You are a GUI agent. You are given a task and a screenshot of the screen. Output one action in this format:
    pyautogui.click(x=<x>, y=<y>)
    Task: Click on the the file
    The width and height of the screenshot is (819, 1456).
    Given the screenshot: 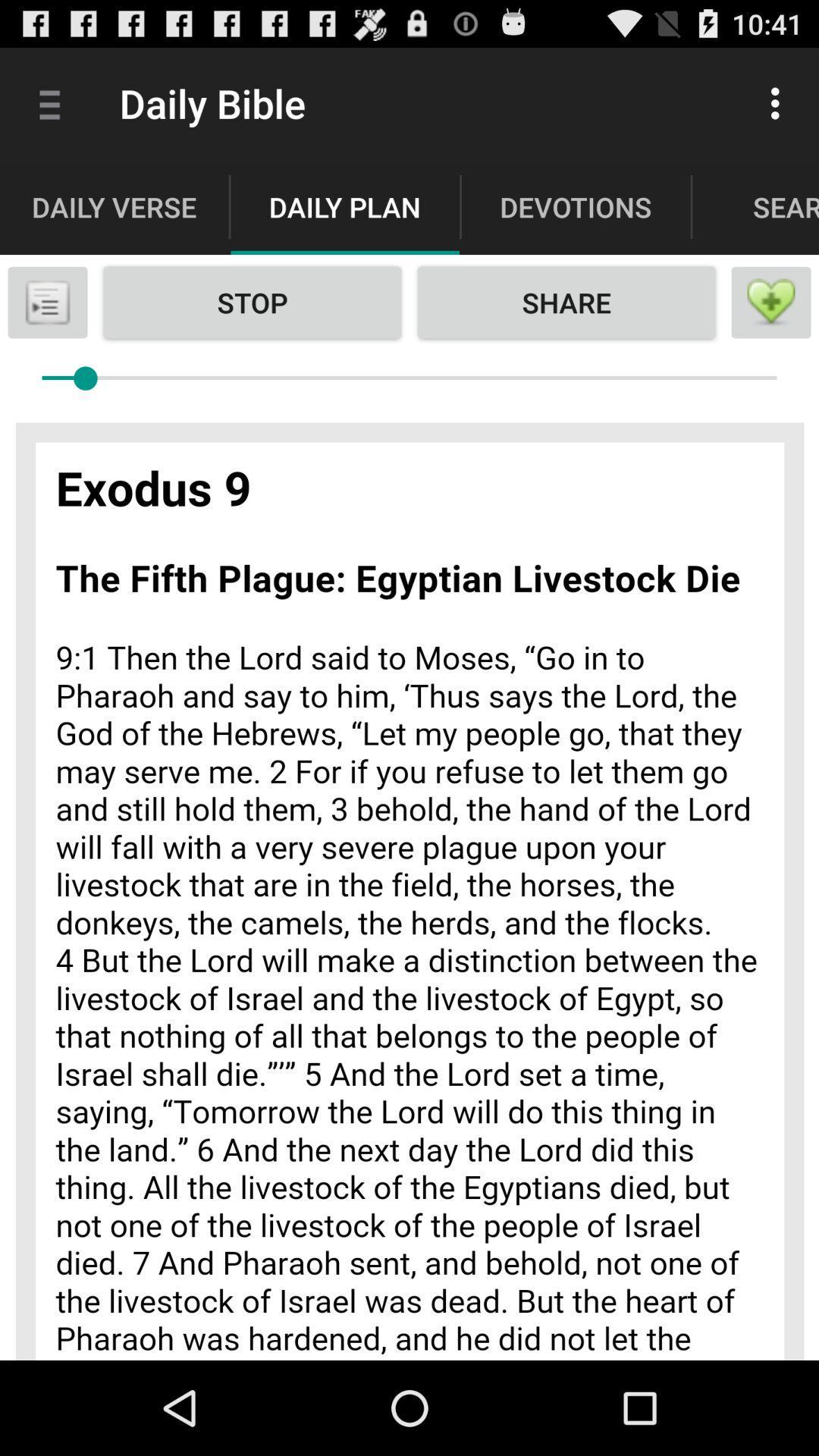 What is the action you would take?
    pyautogui.click(x=46, y=302)
    